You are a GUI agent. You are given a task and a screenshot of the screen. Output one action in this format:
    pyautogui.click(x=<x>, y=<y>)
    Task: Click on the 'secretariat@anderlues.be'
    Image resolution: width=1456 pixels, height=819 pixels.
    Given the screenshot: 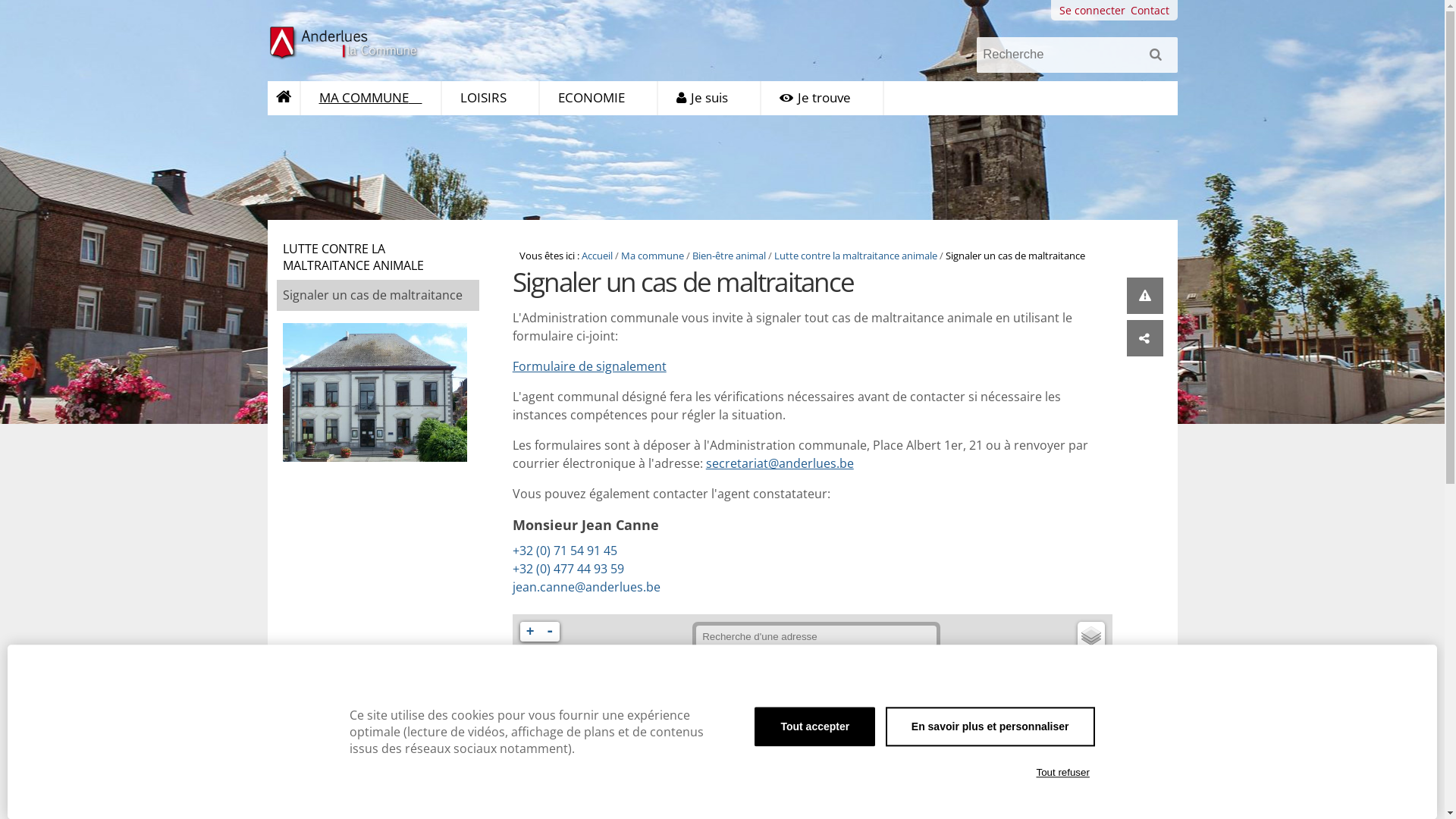 What is the action you would take?
    pyautogui.click(x=780, y=462)
    